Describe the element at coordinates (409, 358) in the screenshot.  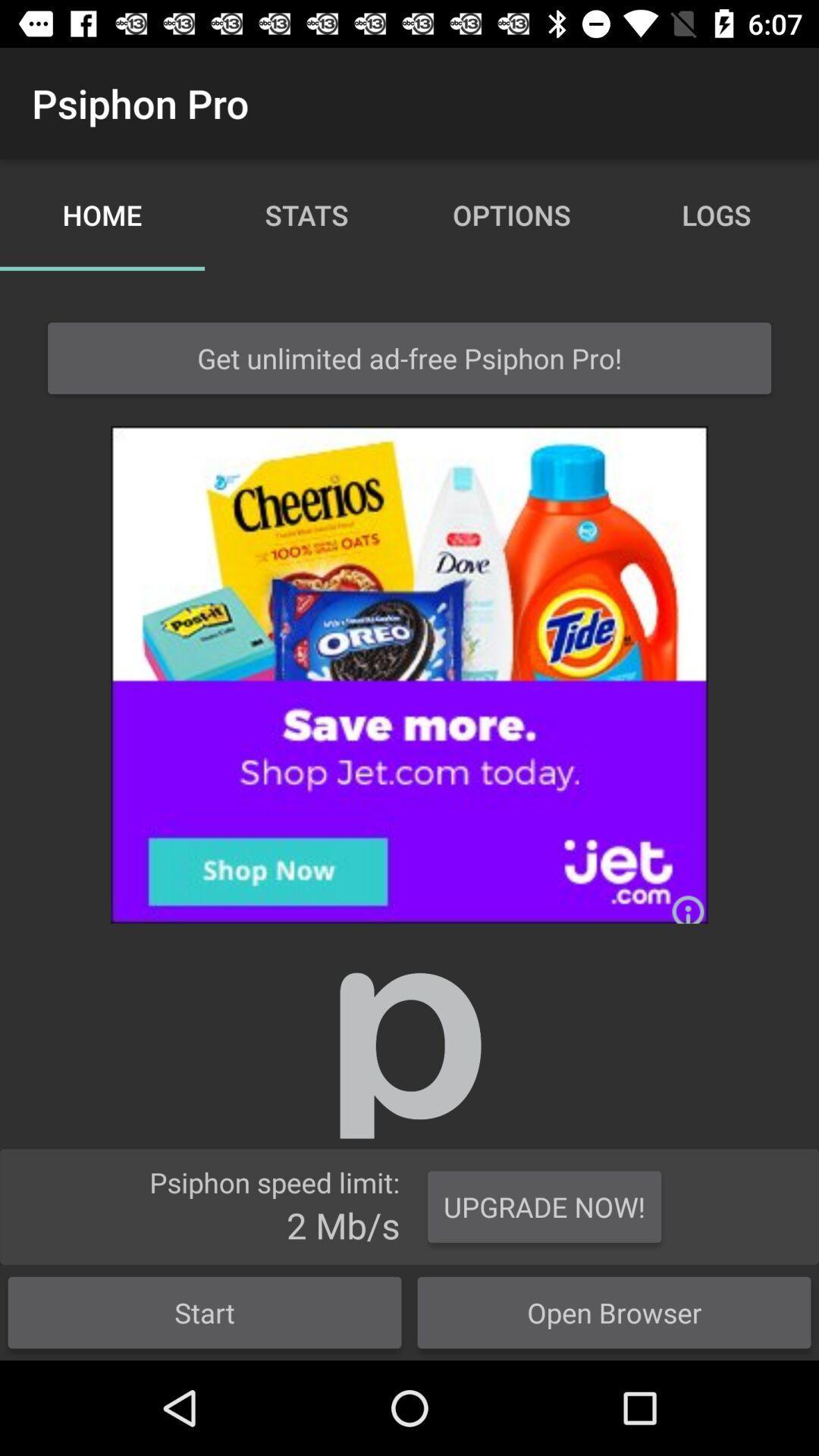
I see `tab below the text home` at that location.